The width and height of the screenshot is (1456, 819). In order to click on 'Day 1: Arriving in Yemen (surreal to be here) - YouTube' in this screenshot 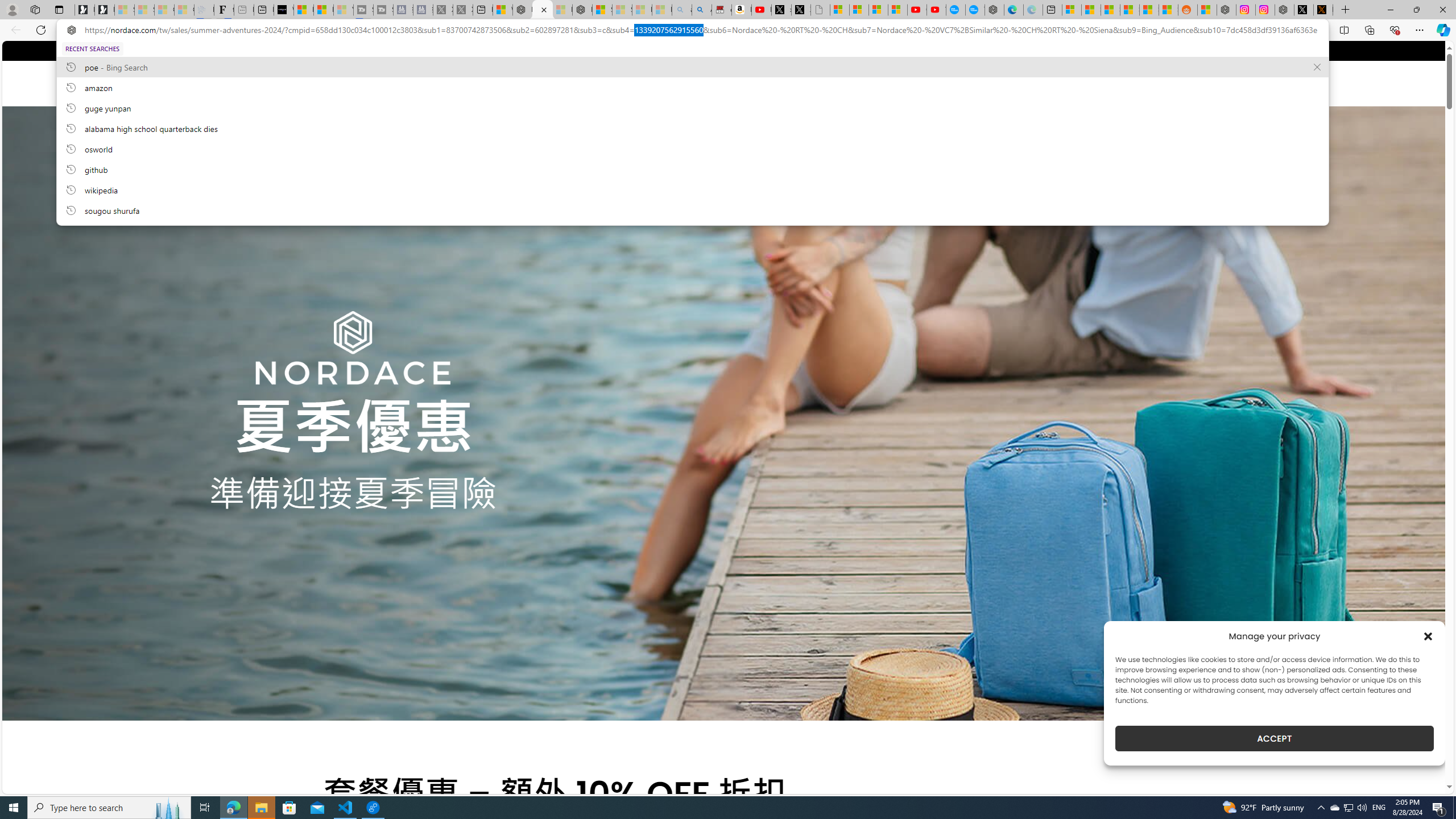, I will do `click(760, 9)`.